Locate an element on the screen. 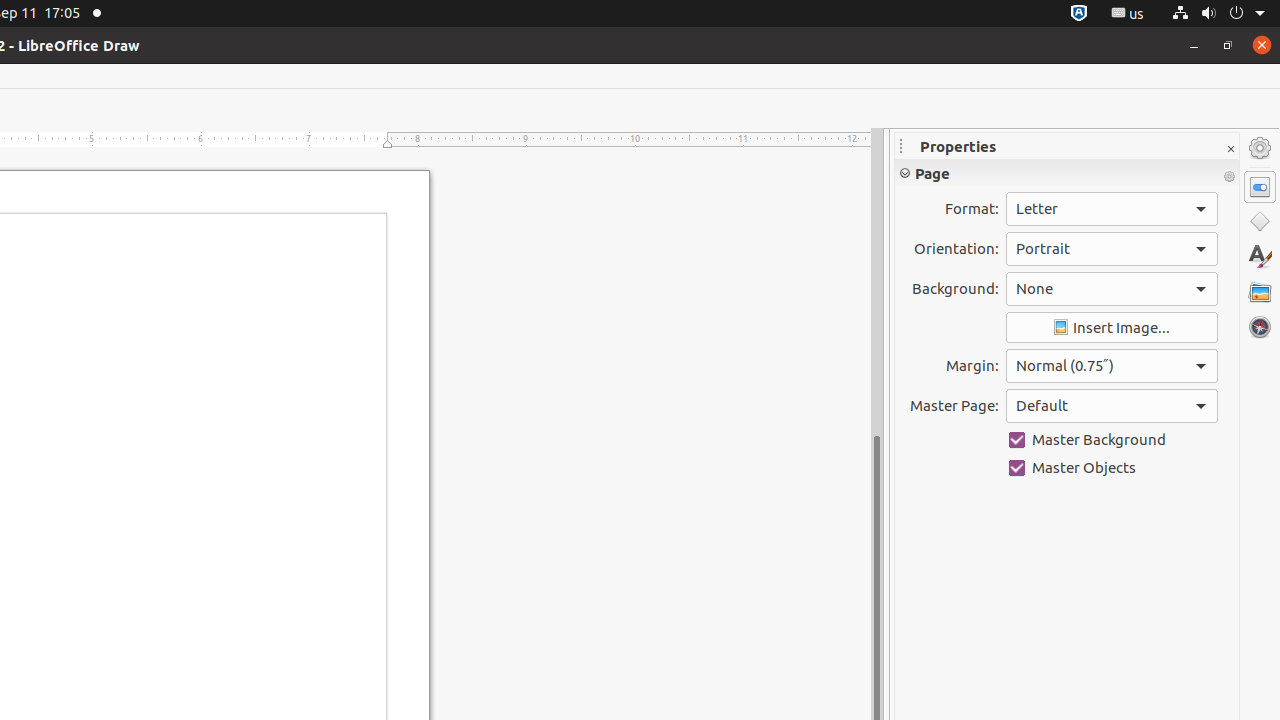 The height and width of the screenshot is (720, 1280). 'Master Objects' is located at coordinates (1110, 468).